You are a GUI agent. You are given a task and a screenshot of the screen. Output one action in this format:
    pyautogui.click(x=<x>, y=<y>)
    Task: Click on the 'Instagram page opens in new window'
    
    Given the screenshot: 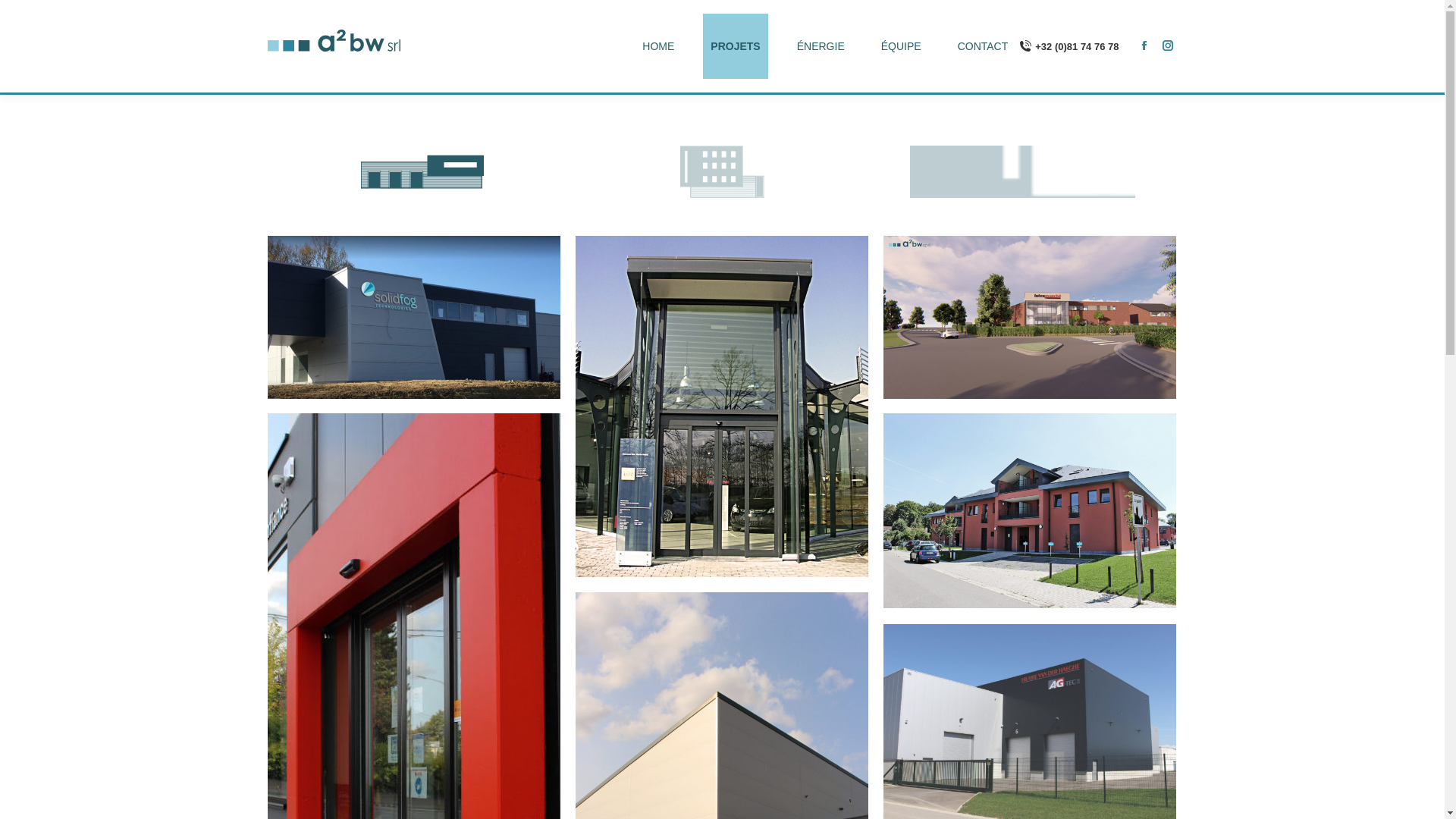 What is the action you would take?
    pyautogui.click(x=1166, y=43)
    